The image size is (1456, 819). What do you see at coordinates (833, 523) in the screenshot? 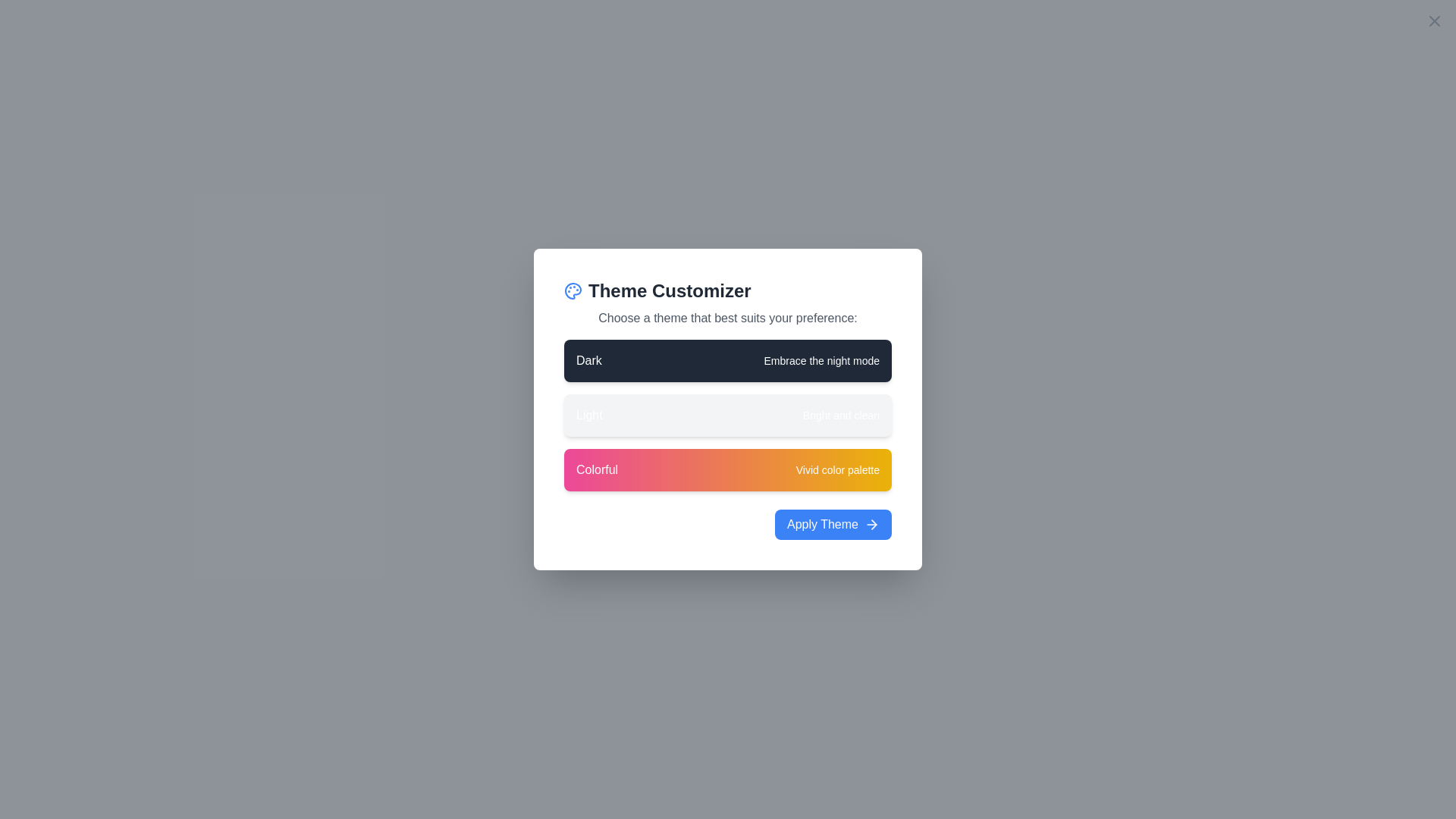
I see `the 'Apply Theme' button with rounded corners, displaying a right arrow icon, located at the bottom-right corner of the 'Theme Customizer' modal` at bounding box center [833, 523].